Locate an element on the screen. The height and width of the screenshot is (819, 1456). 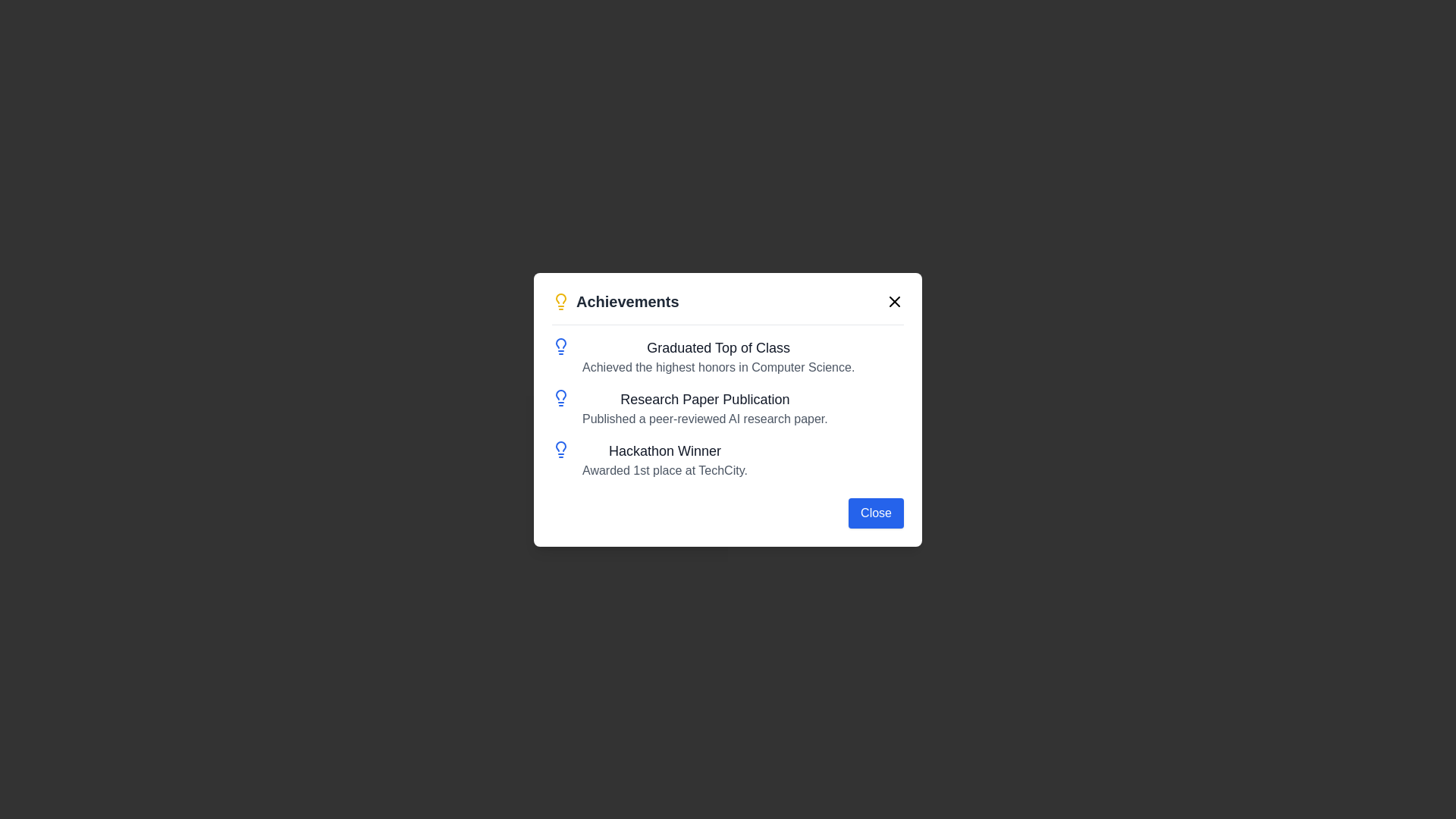
the Text Label that describes the achievement of publishing a research paper, positioned below 'Graduated Top of Class' and above 'Hackathon Winner' in the vertical list within the modal window is located at coordinates (704, 398).